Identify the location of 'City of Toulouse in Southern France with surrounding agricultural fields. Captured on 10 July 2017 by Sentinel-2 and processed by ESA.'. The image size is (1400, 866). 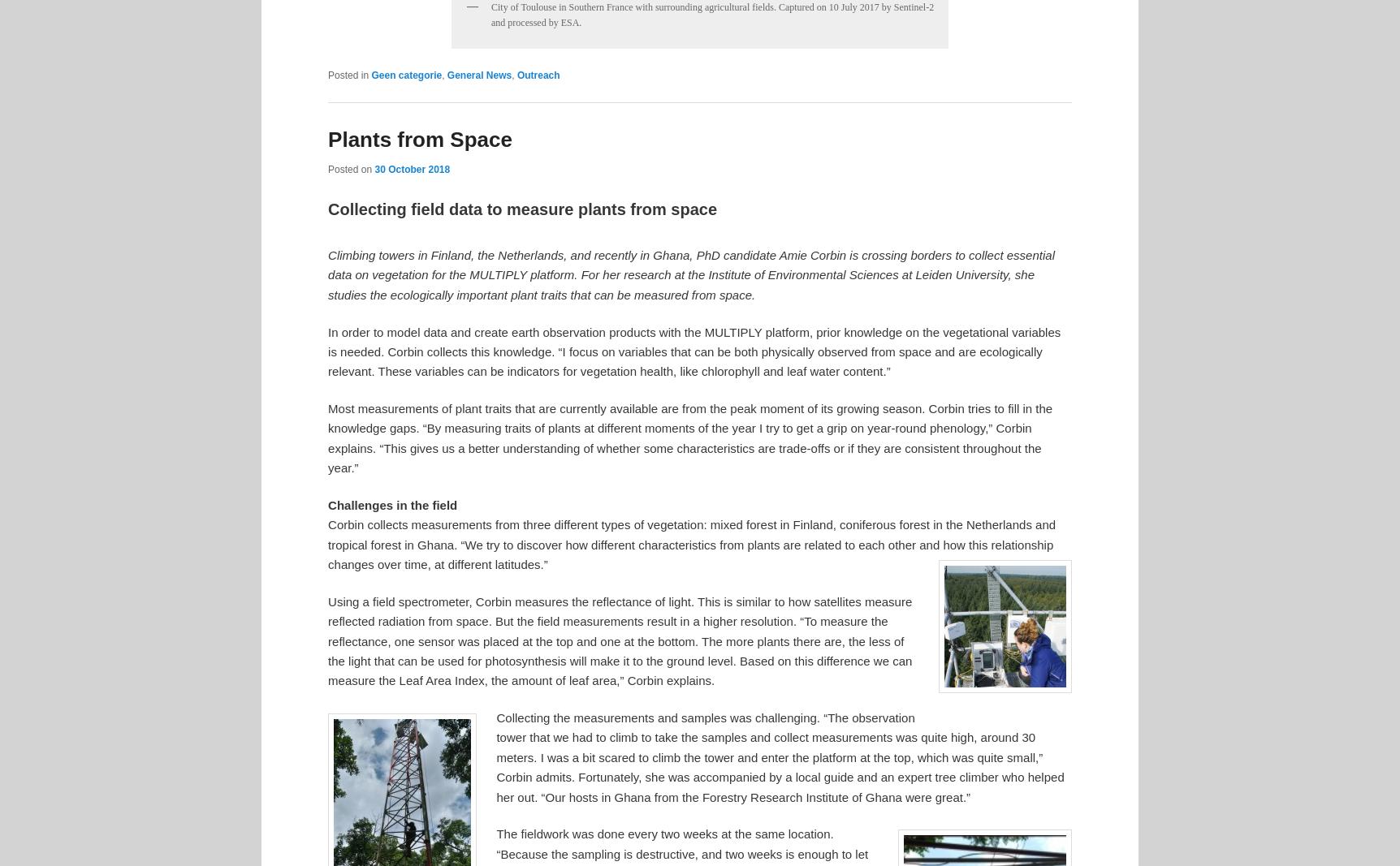
(490, 14).